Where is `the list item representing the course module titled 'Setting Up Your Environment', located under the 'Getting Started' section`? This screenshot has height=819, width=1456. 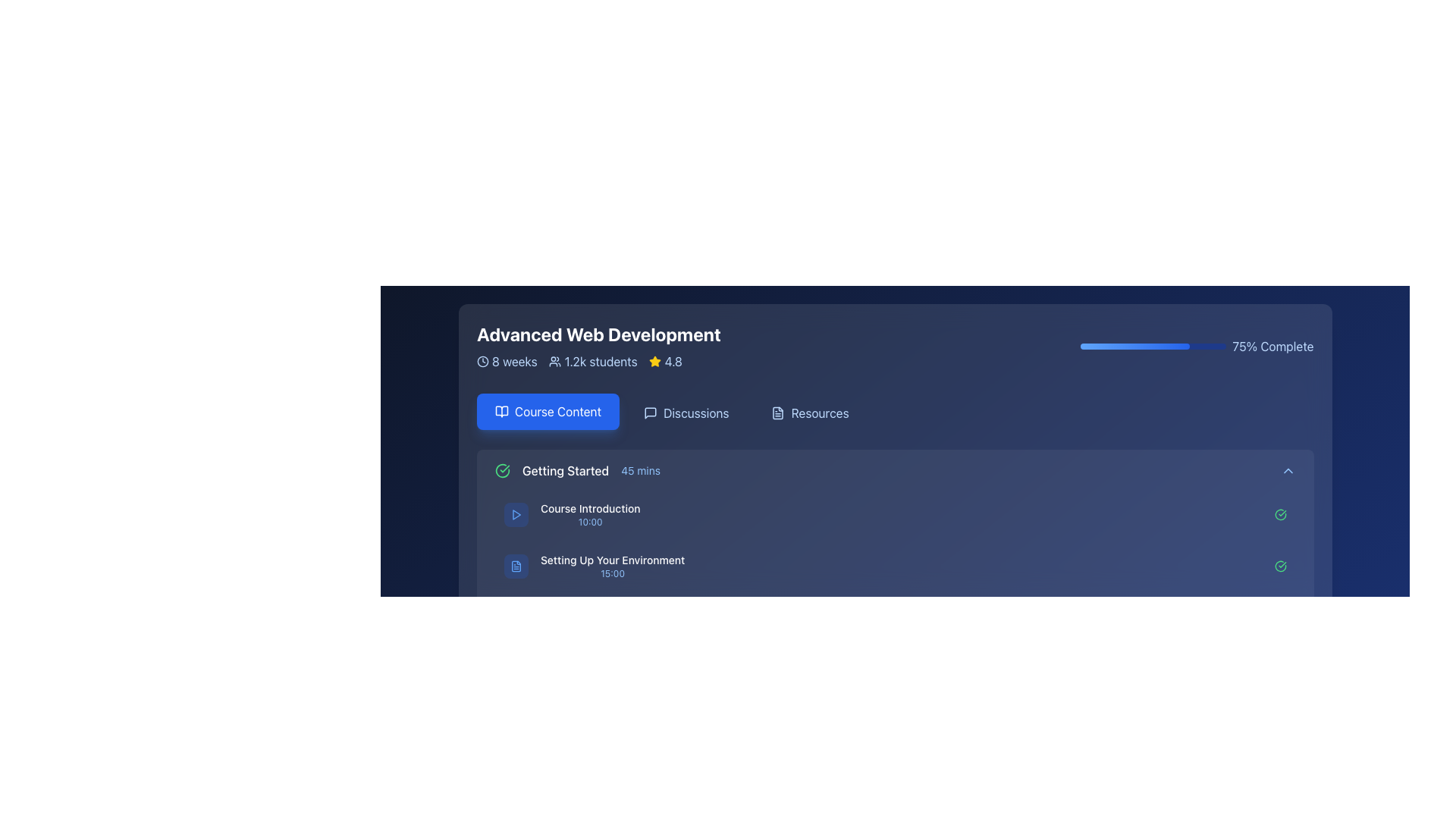
the list item representing the course module titled 'Setting Up Your Environment', located under the 'Getting Started' section is located at coordinates (593, 566).